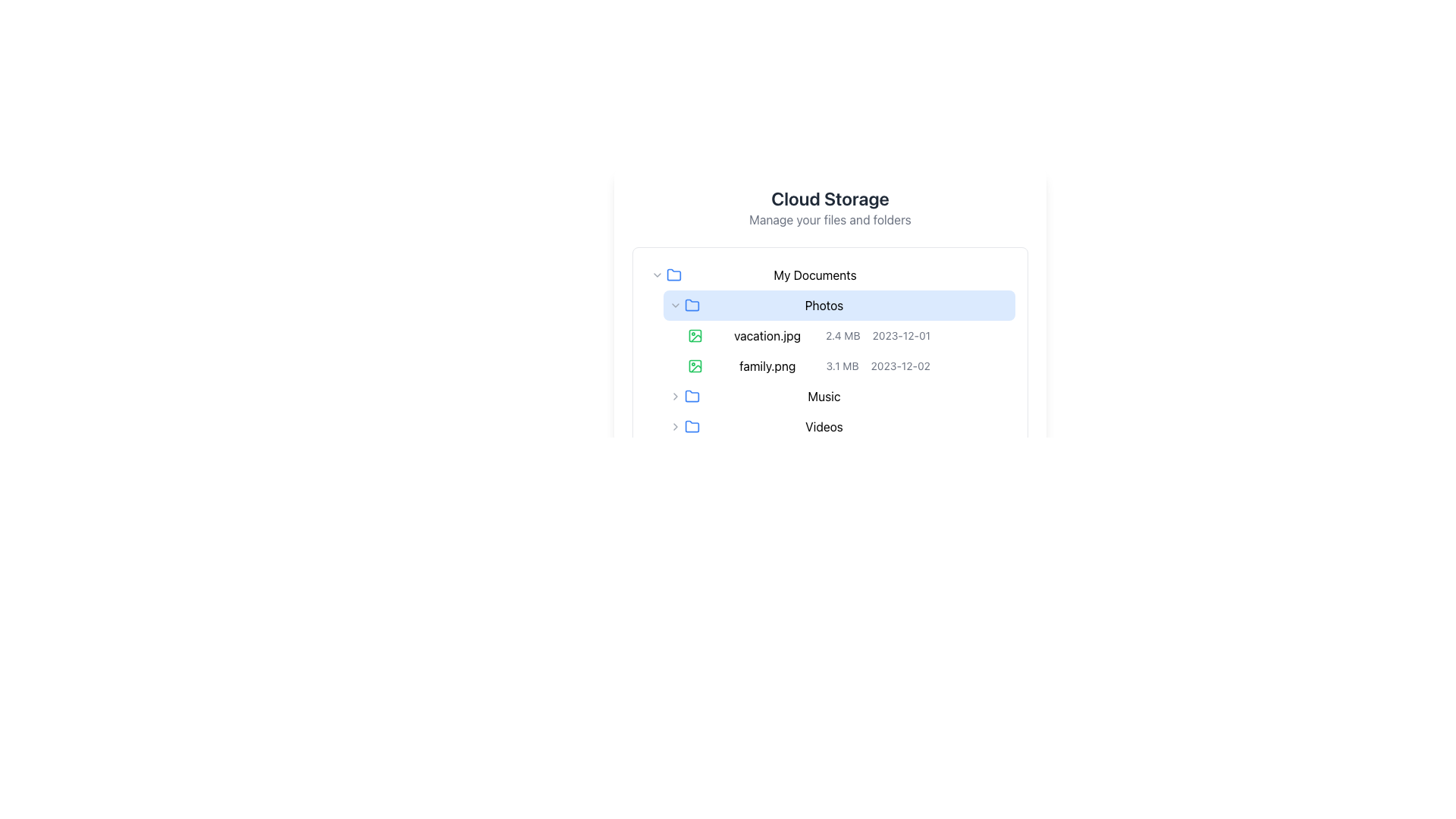 The image size is (1456, 819). What do you see at coordinates (823, 305) in the screenshot?
I see `the 'Photos' folder label, which is positioned directly below the 'My Documents' title in the file system interface` at bounding box center [823, 305].